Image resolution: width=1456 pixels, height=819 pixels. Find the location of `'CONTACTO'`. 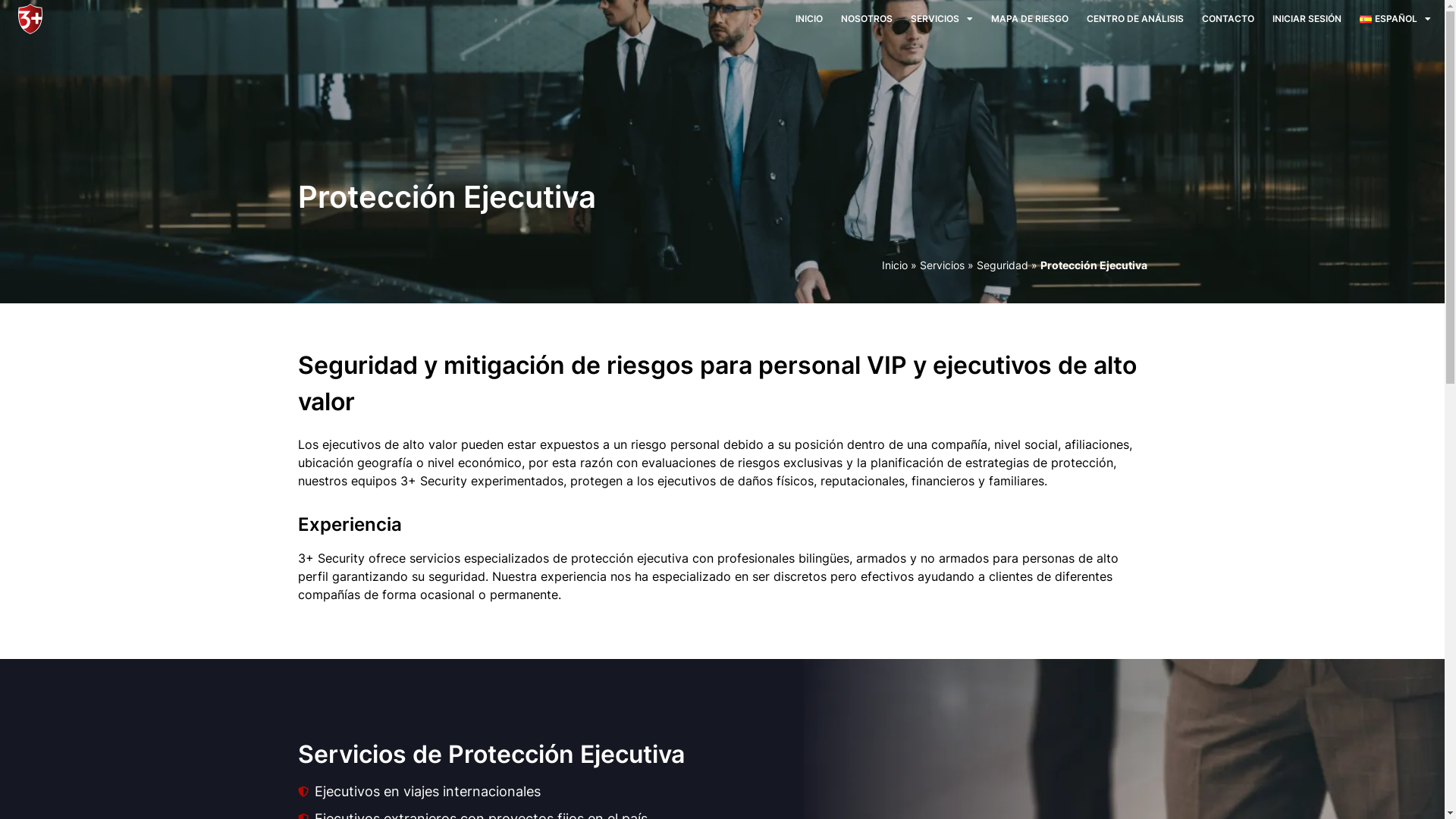

'CONTACTO' is located at coordinates (1192, 18).